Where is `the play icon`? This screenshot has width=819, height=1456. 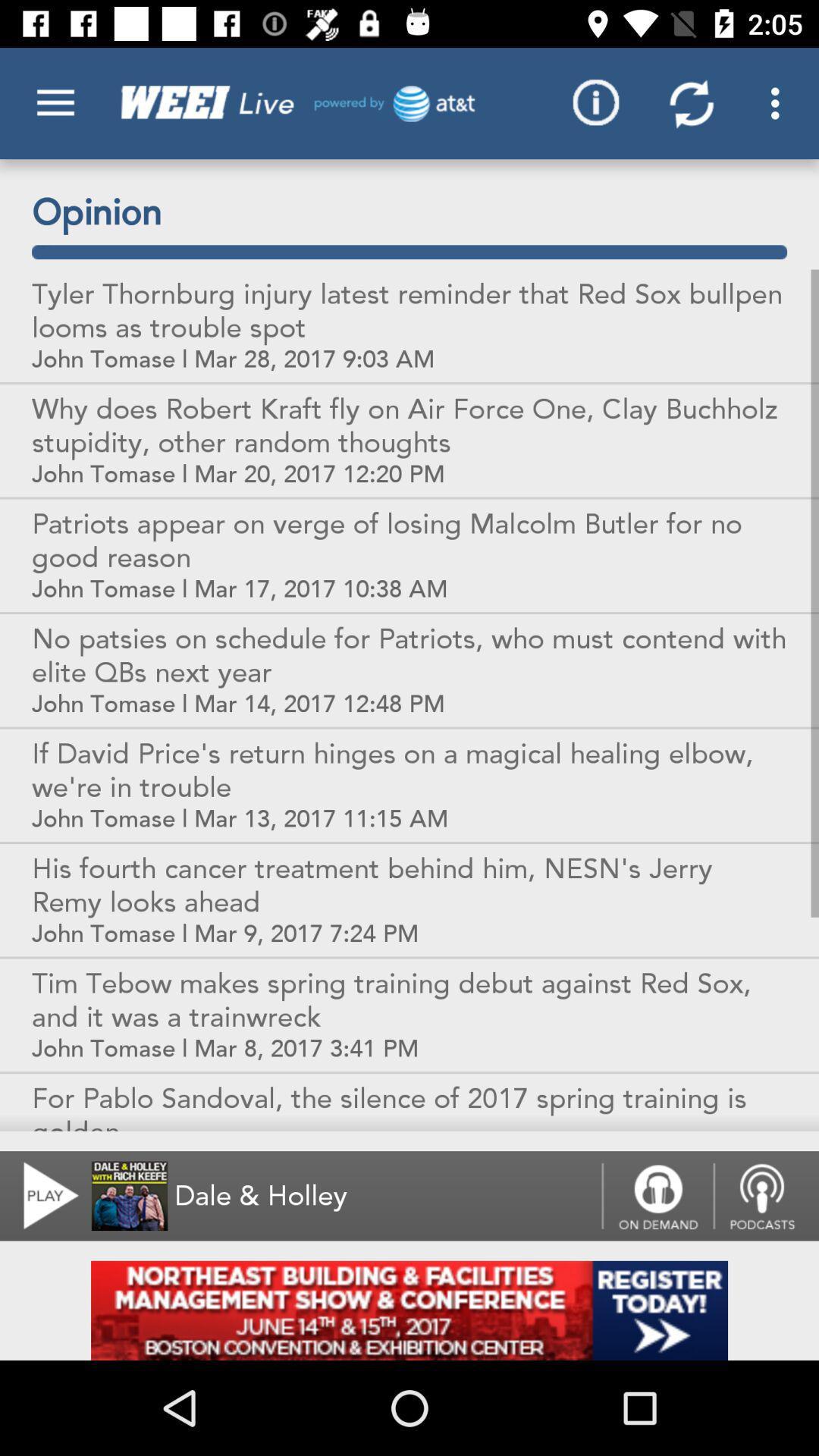 the play icon is located at coordinates (41, 1195).